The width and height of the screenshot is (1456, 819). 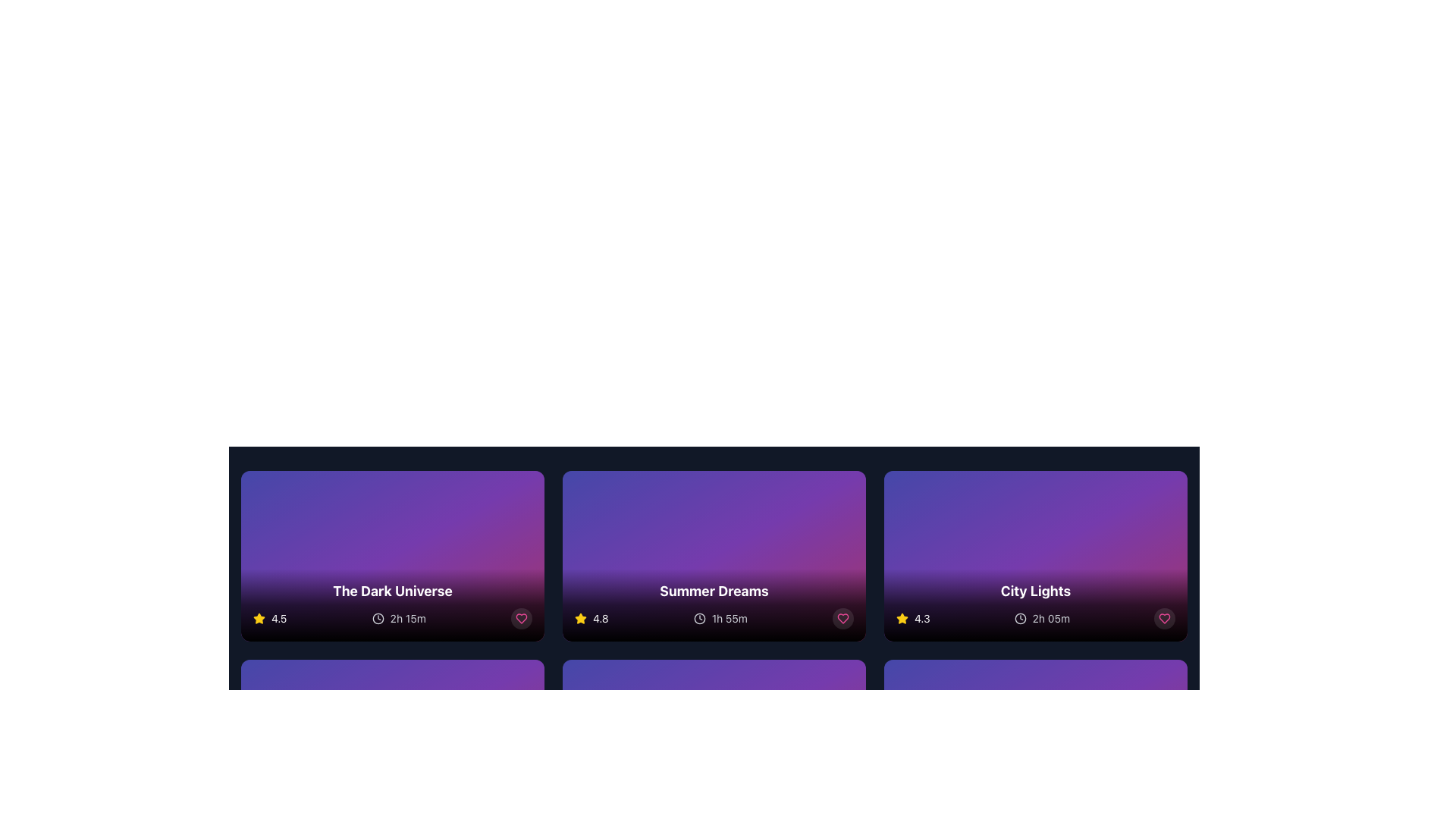 I want to click on the circle element that is part of the clock icon within the SVG, which serves as the base element of the clock, so click(x=378, y=619).